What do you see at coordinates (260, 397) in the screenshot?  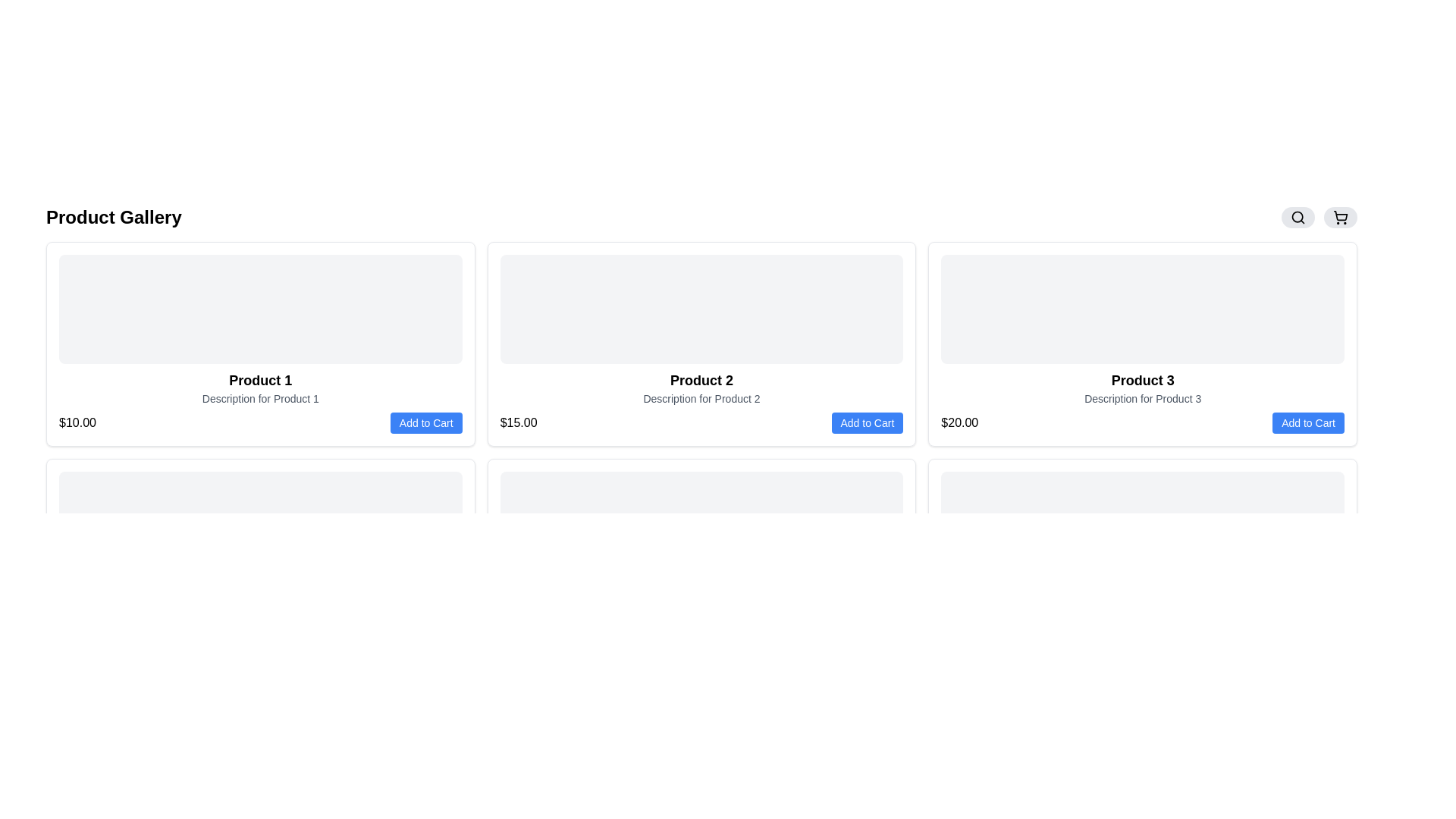 I see `the text label reading 'Description for Product 1', which is styled with a small-sized gray font and is located below the 'Product 1' title` at bounding box center [260, 397].